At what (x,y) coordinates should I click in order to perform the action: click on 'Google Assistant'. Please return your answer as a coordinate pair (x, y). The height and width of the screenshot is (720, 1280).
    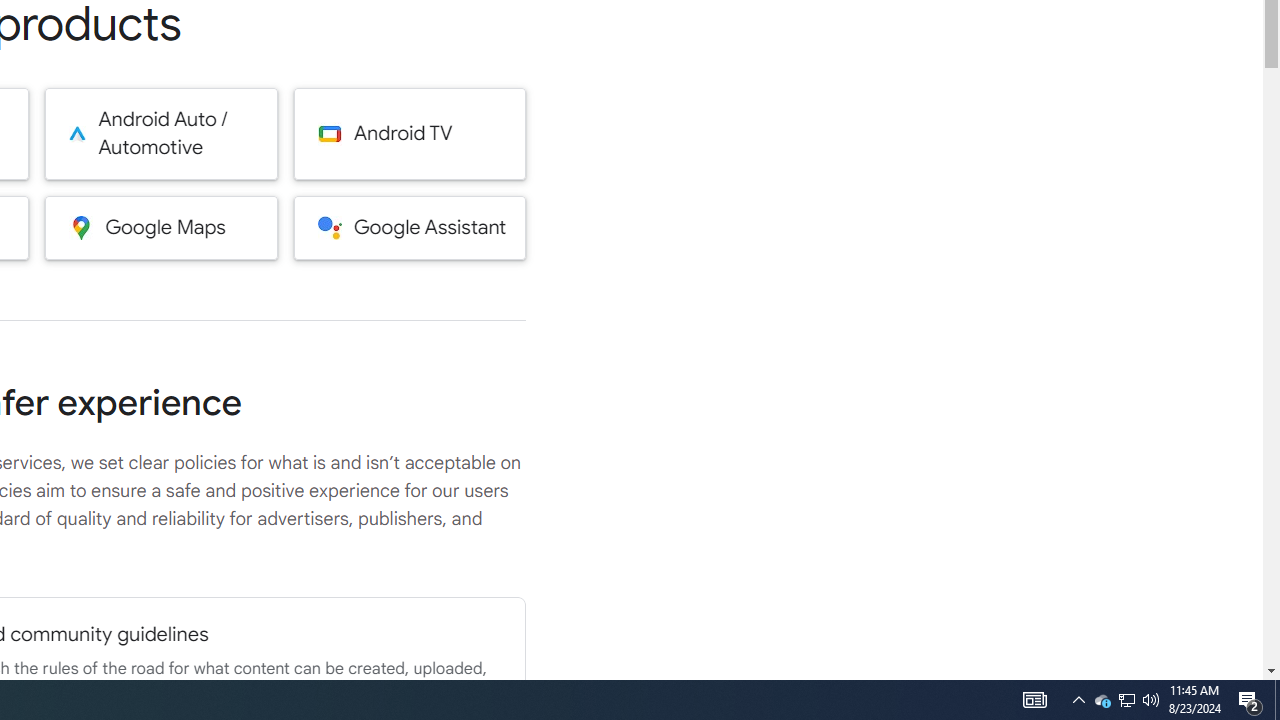
    Looking at the image, I should click on (409, 226).